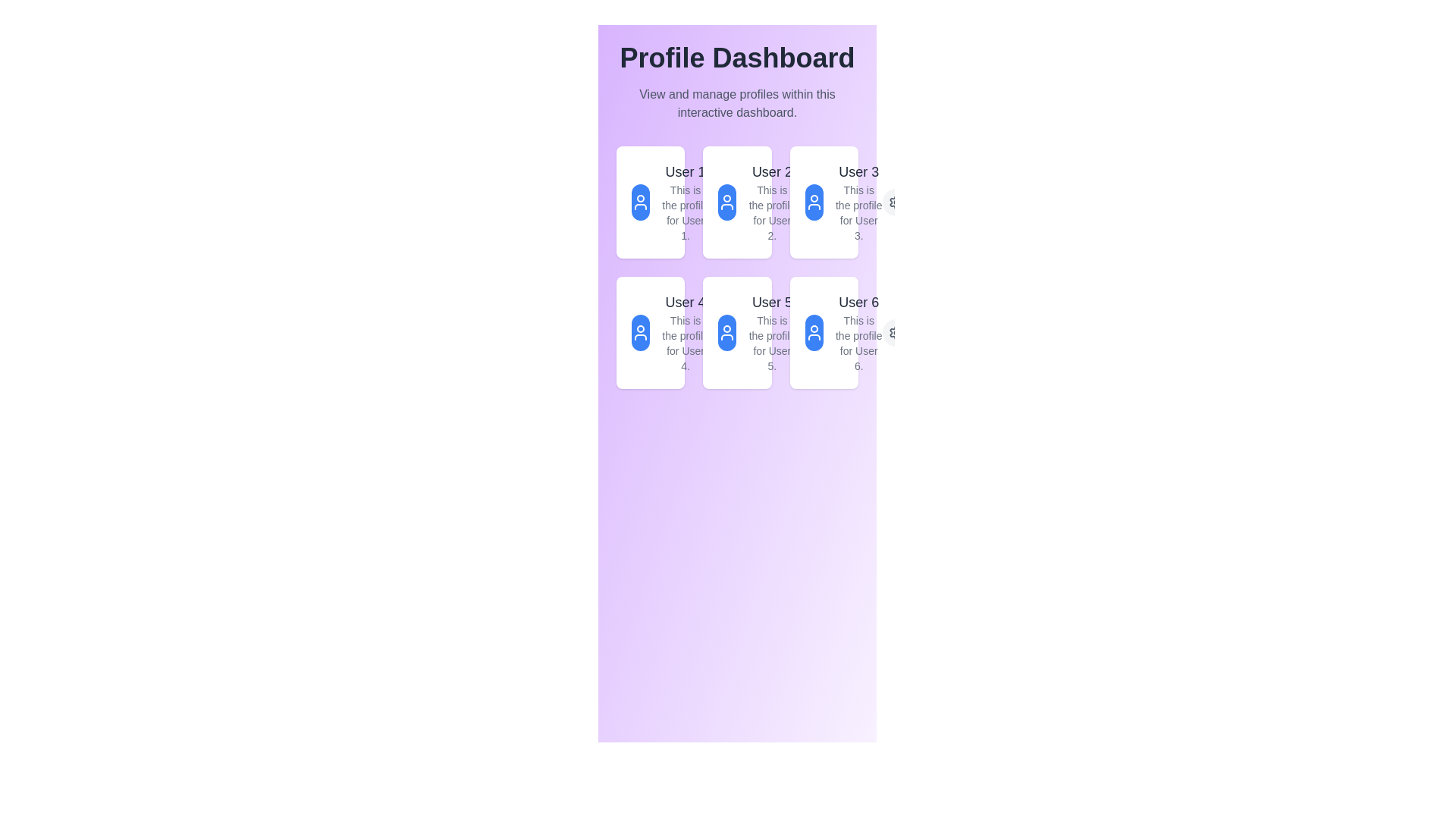 The image size is (1456, 819). I want to click on the Avatar Icon representing User 4, which is located on the left side of the profile card and is vertically centered within the card, so click(651, 332).